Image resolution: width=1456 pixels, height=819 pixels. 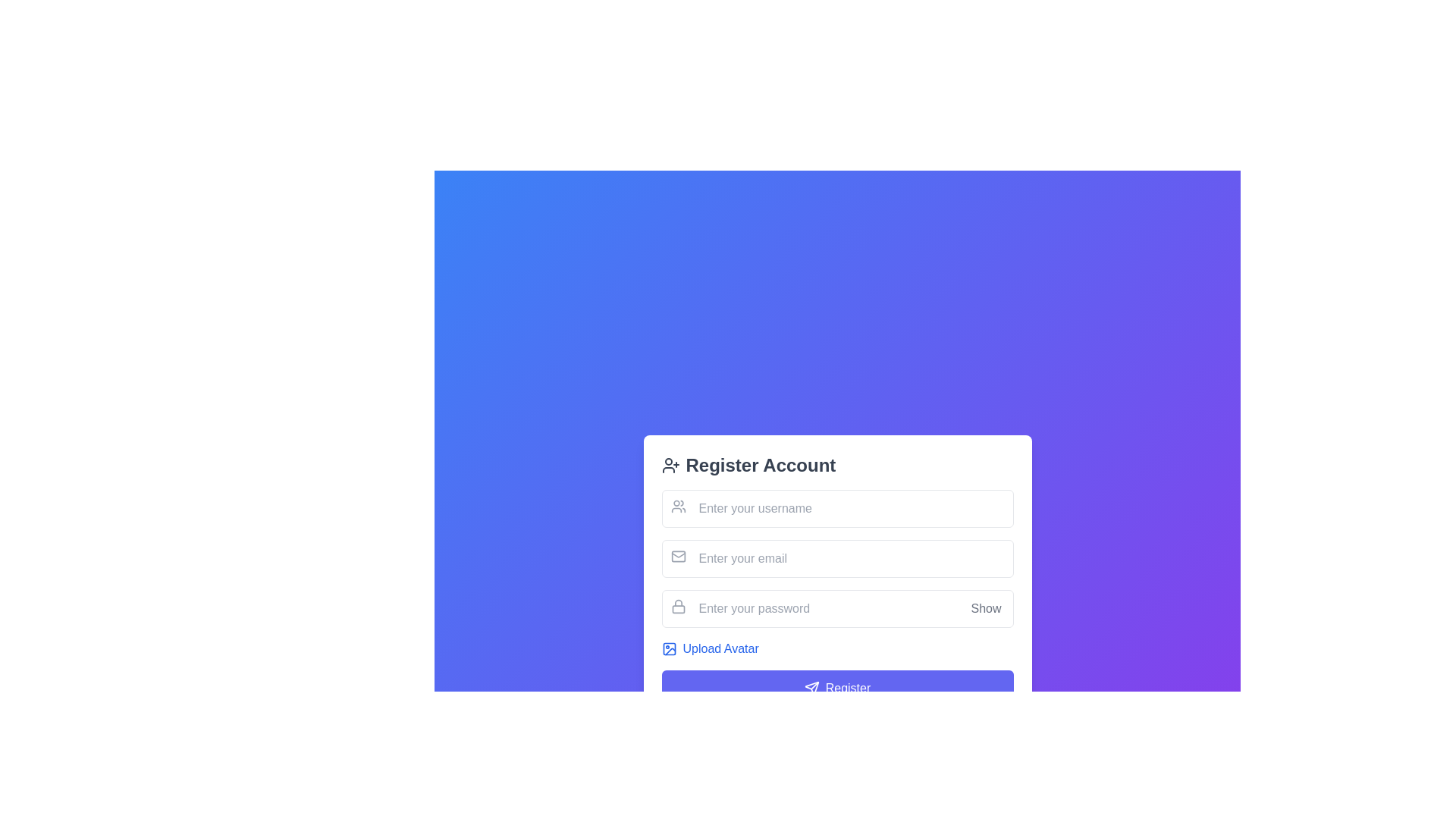 I want to click on the rectangular blue button labeled 'Register' at the bottom of the form, so click(x=836, y=688).